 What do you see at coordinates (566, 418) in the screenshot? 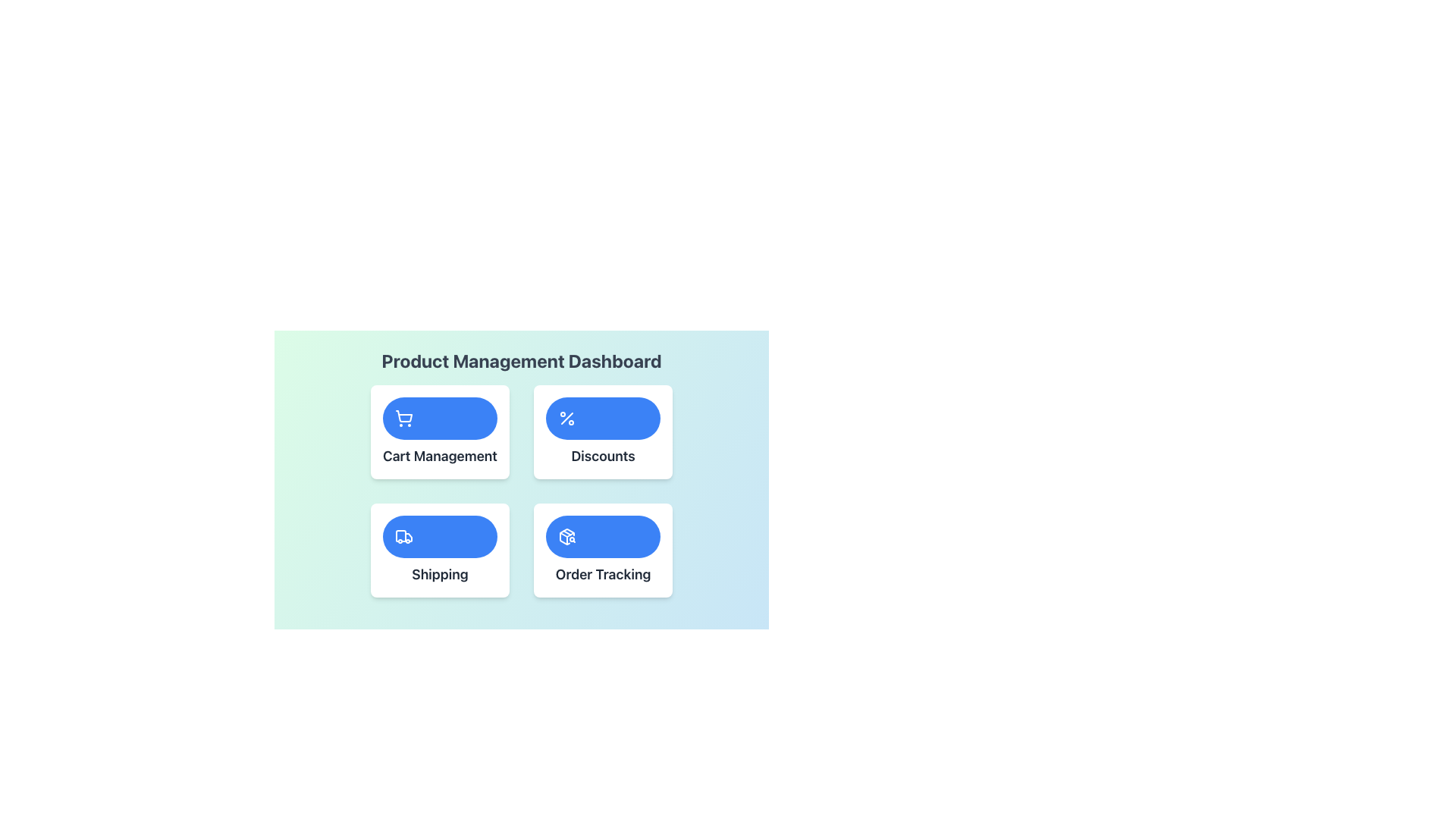
I see `the circular percent symbol icon within the blue rounded rectangular button labeled 'Discounts'` at bounding box center [566, 418].